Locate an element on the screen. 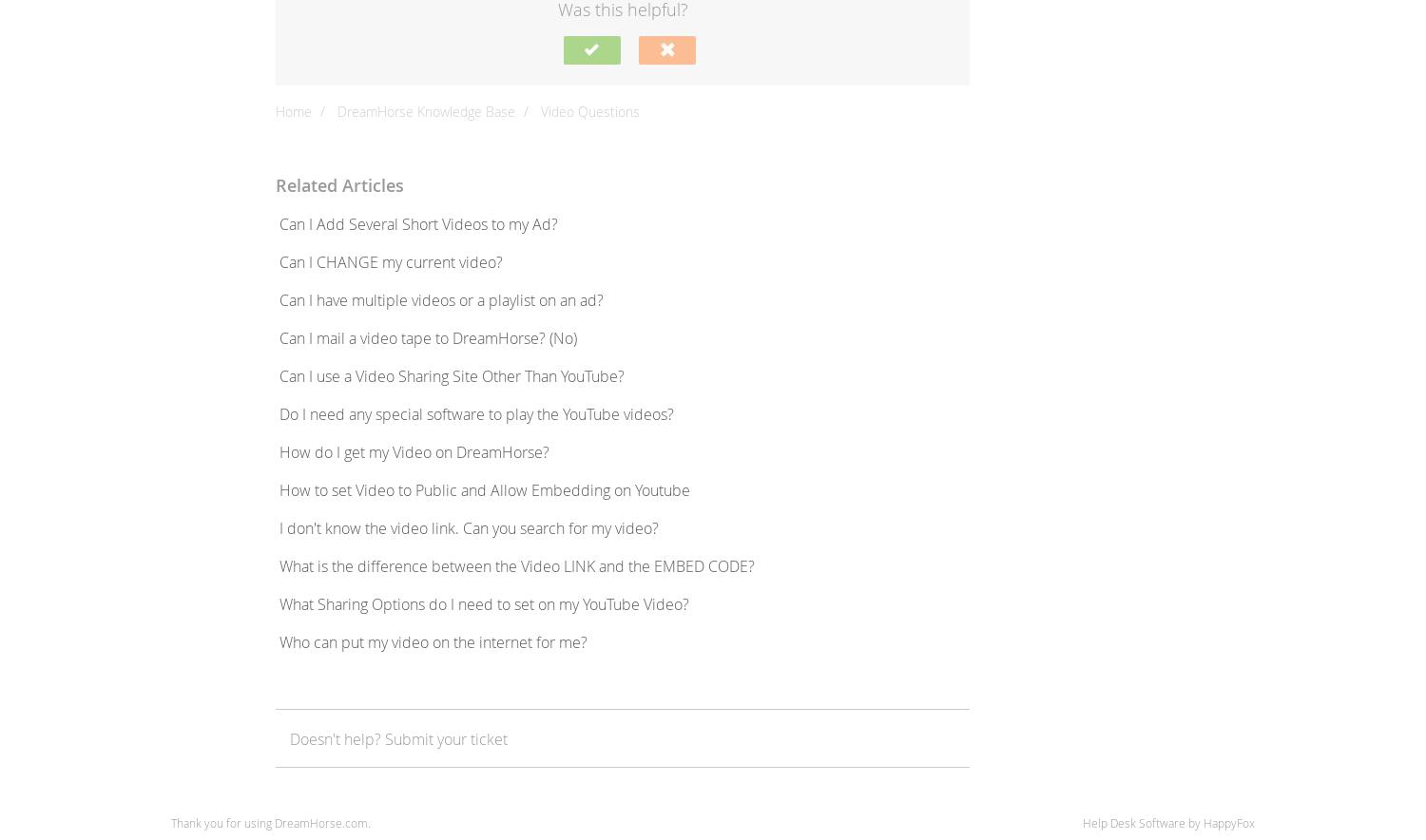 Image resolution: width=1426 pixels, height=840 pixels. 'Related Articles' is located at coordinates (338, 184).